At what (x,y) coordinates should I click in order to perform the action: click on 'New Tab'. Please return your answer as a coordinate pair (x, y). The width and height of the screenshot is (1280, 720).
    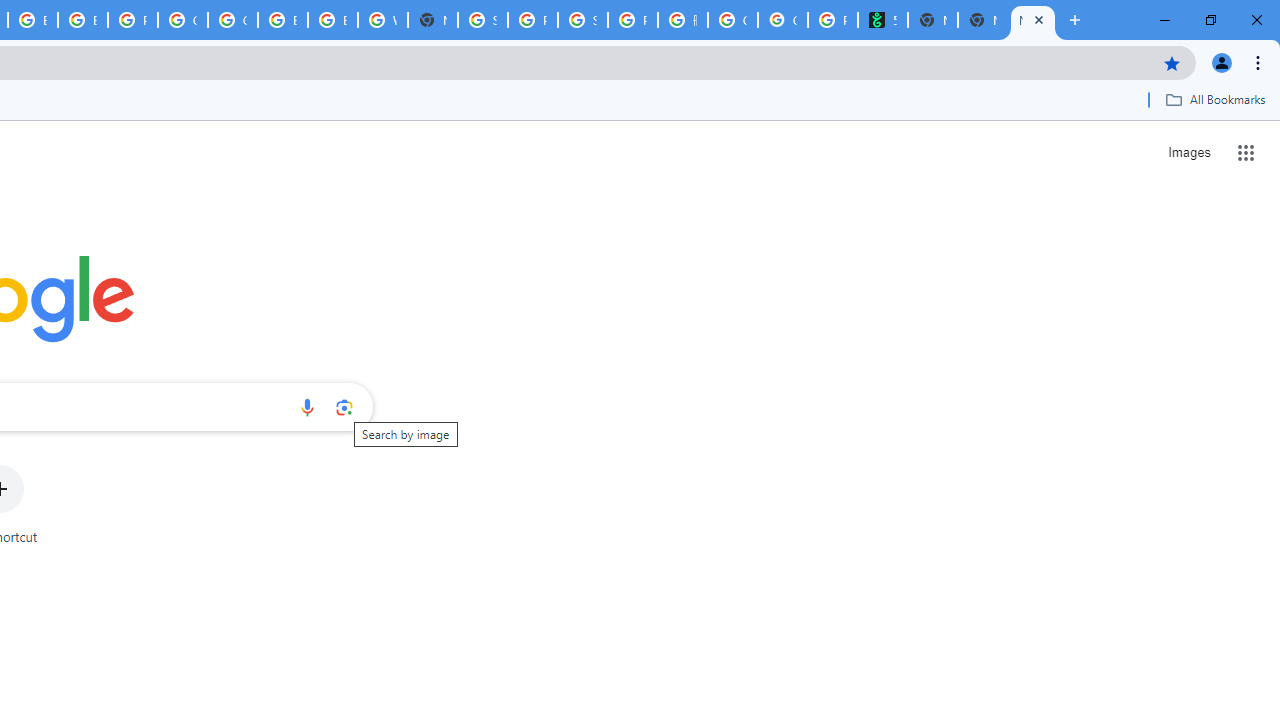
    Looking at the image, I should click on (983, 20).